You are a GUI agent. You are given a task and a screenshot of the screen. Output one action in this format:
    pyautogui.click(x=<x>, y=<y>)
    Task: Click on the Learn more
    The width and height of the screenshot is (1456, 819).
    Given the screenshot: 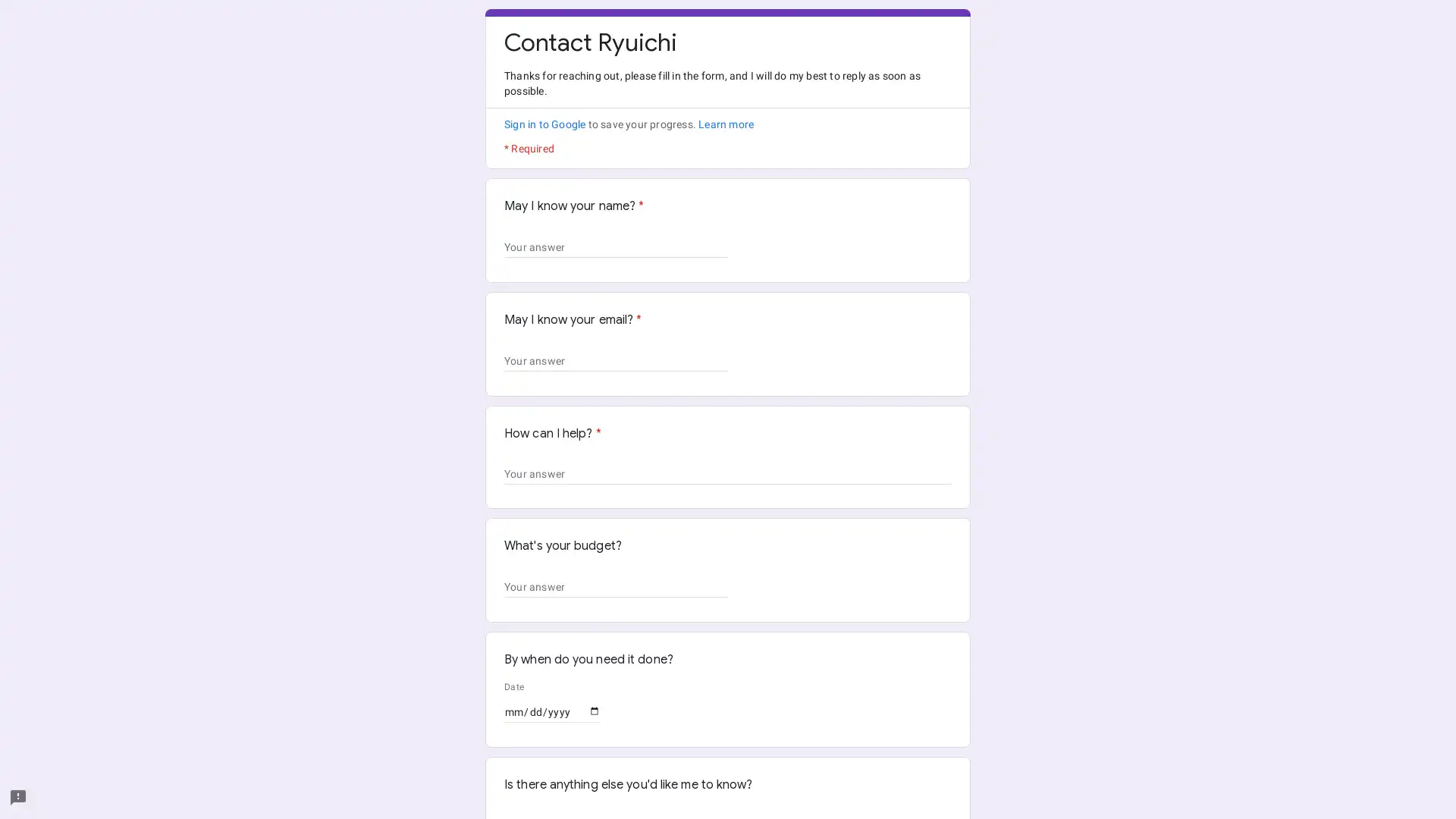 What is the action you would take?
    pyautogui.click(x=725, y=124)
    